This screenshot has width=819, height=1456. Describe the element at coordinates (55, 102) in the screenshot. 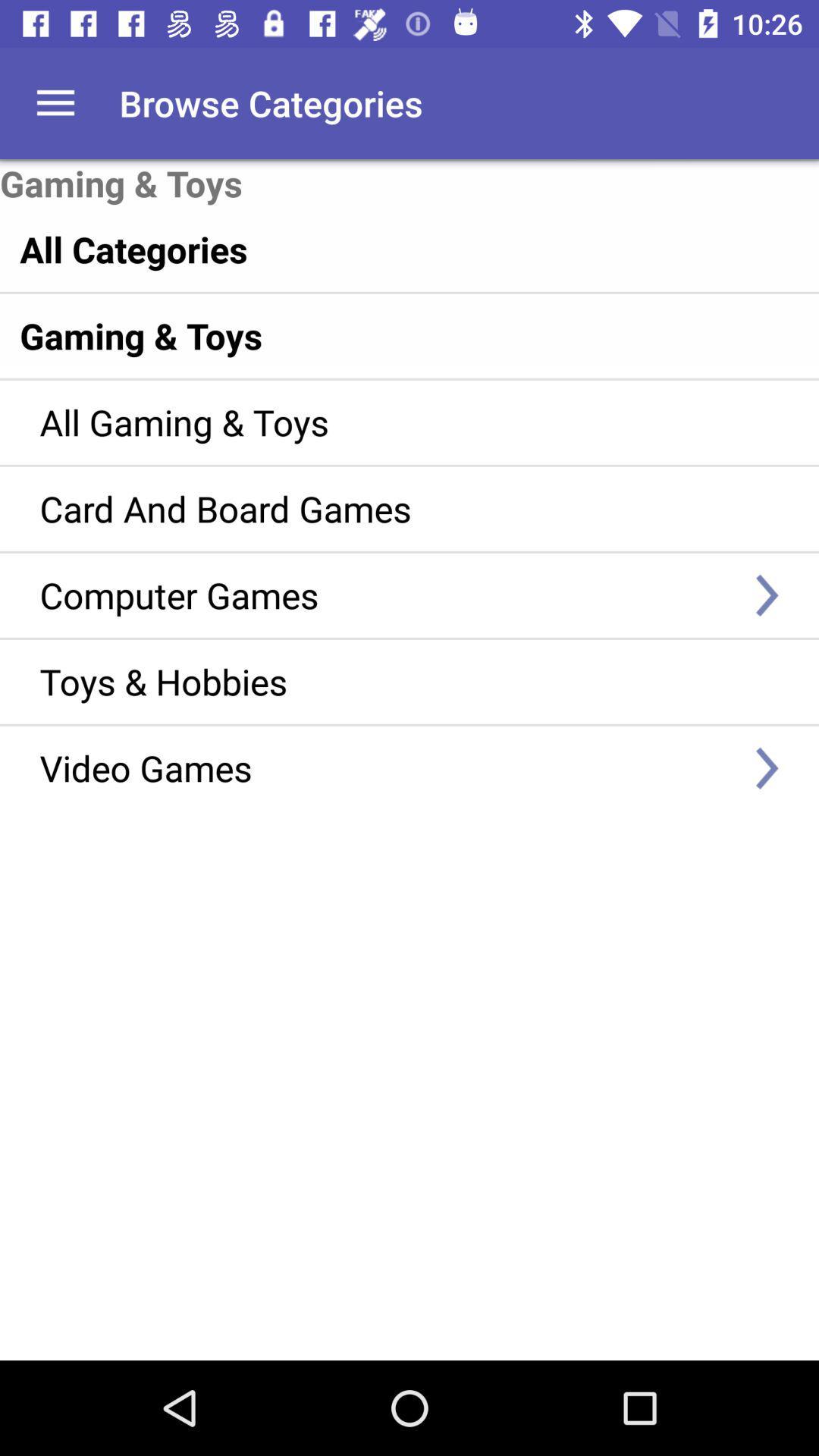

I see `settings` at that location.